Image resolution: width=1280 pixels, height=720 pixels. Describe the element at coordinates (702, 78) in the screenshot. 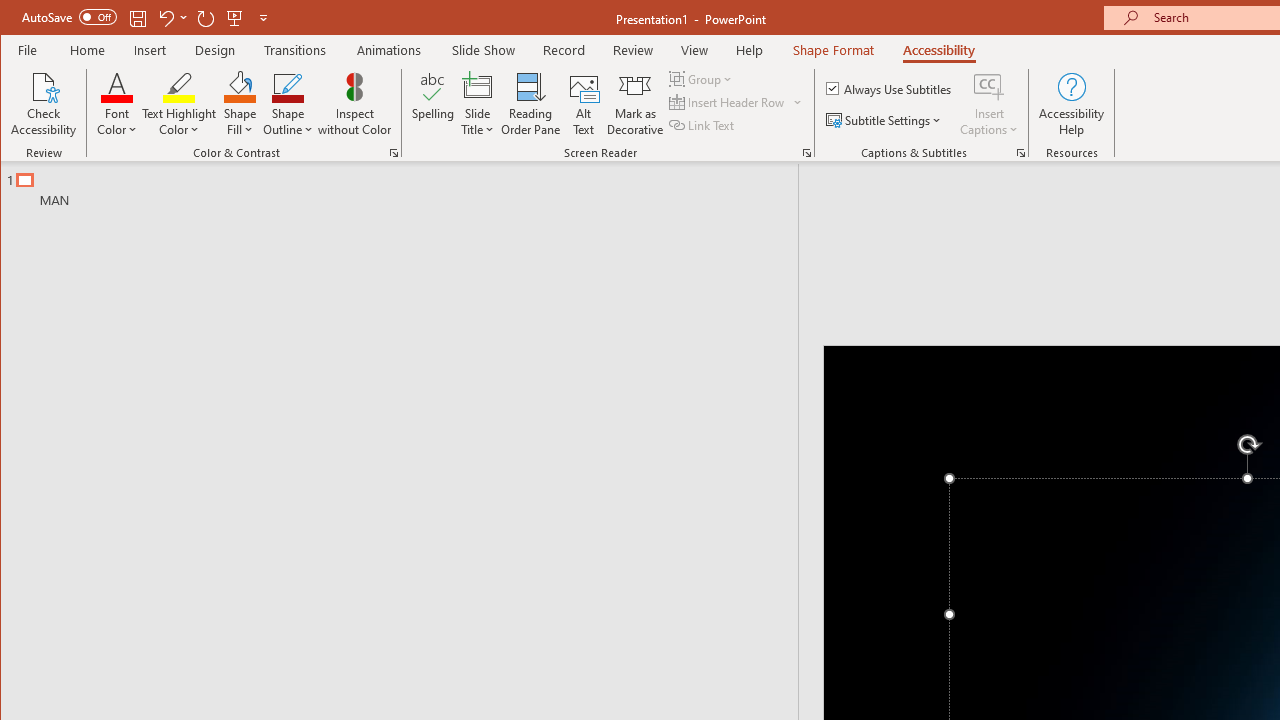

I see `'Group'` at that location.